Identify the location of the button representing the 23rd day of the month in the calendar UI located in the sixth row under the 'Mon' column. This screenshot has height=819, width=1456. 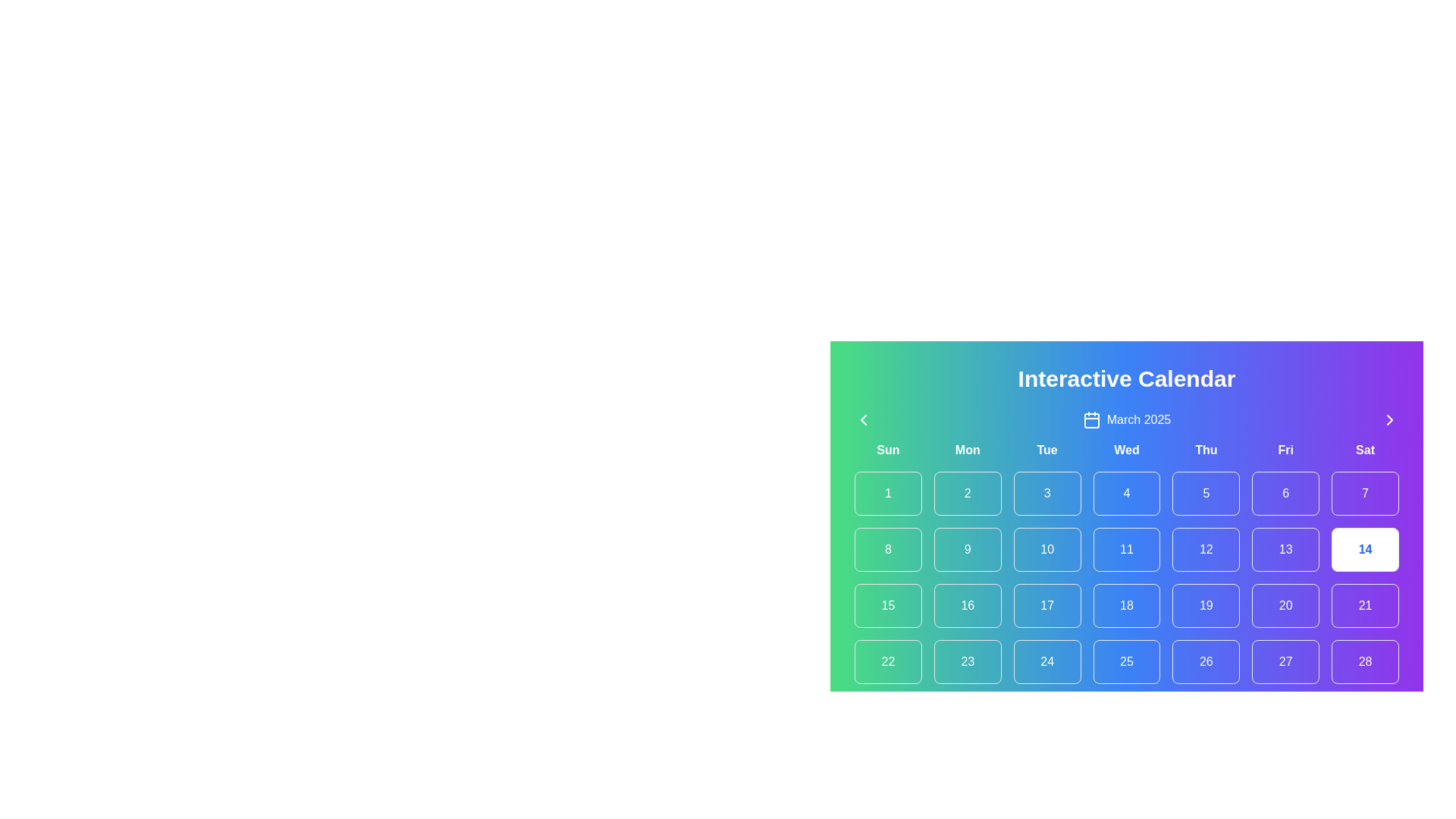
(967, 661).